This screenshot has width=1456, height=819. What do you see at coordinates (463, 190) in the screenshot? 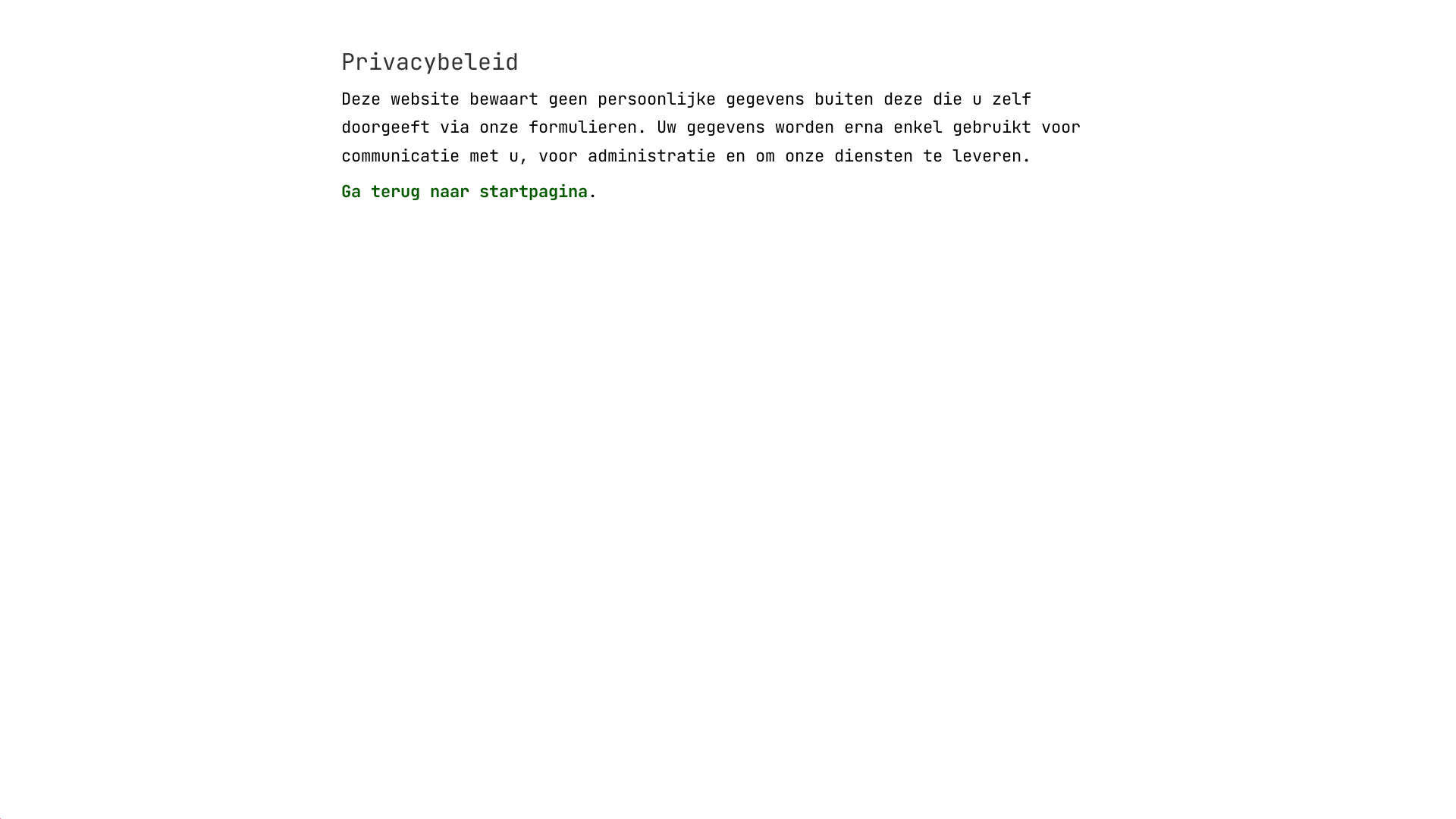
I see `'Ga terug naar startpagina'` at bounding box center [463, 190].